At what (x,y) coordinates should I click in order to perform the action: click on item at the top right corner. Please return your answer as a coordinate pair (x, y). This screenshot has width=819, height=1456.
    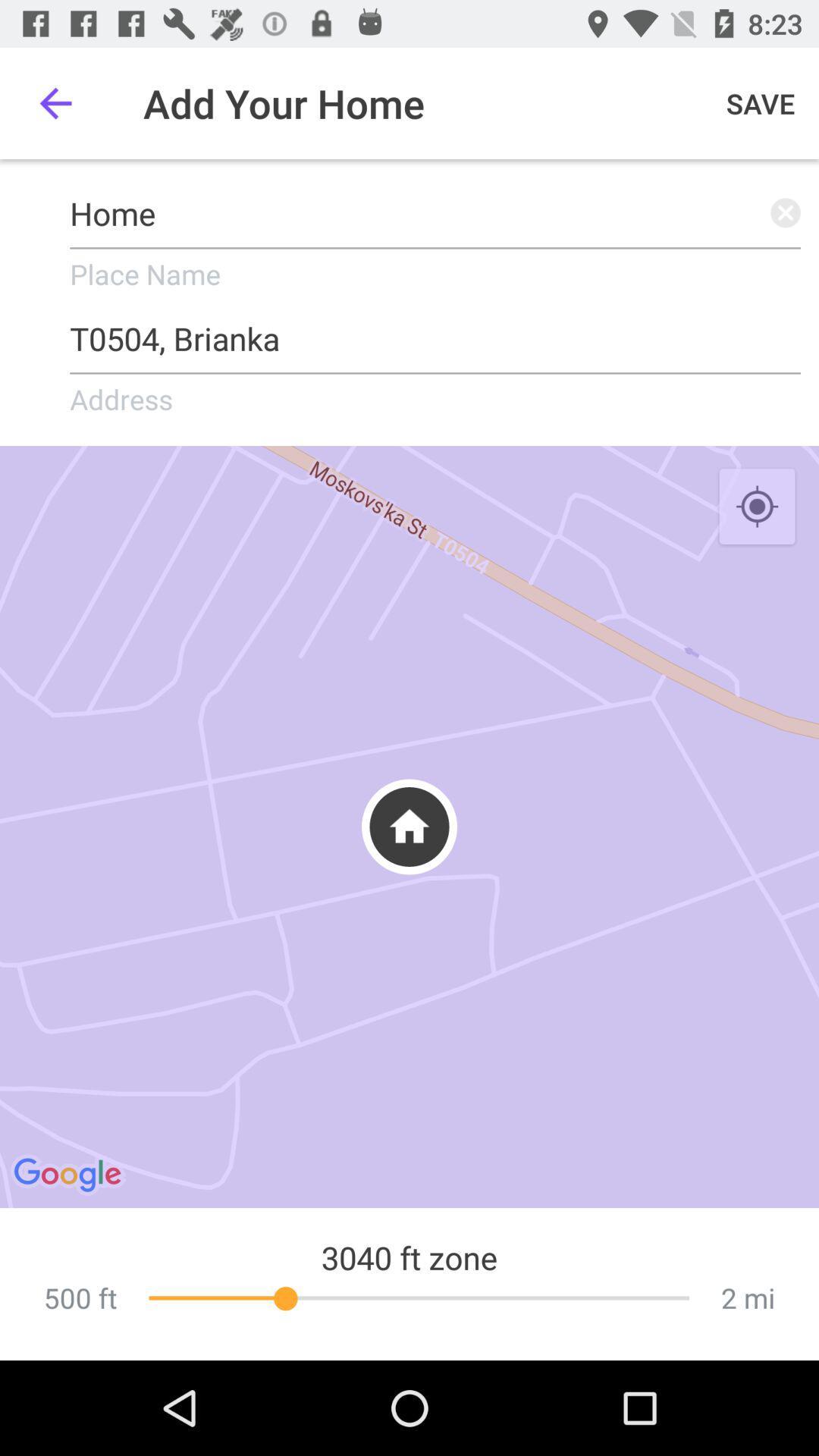
    Looking at the image, I should click on (761, 102).